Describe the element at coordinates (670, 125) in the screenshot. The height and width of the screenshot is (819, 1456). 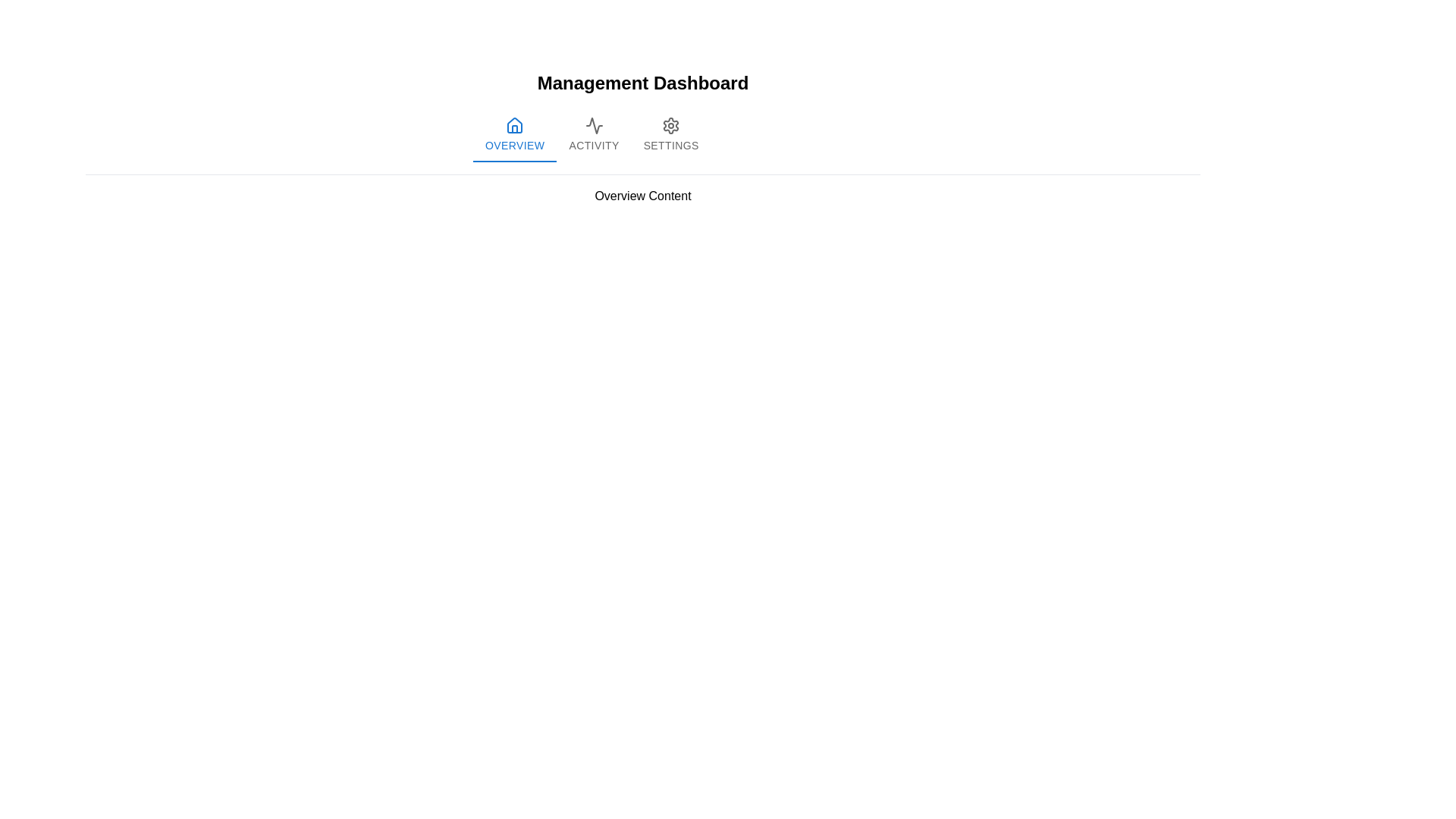
I see `the 'Settings' graphical icon located on the far-right side of the tab navigation bar` at that location.